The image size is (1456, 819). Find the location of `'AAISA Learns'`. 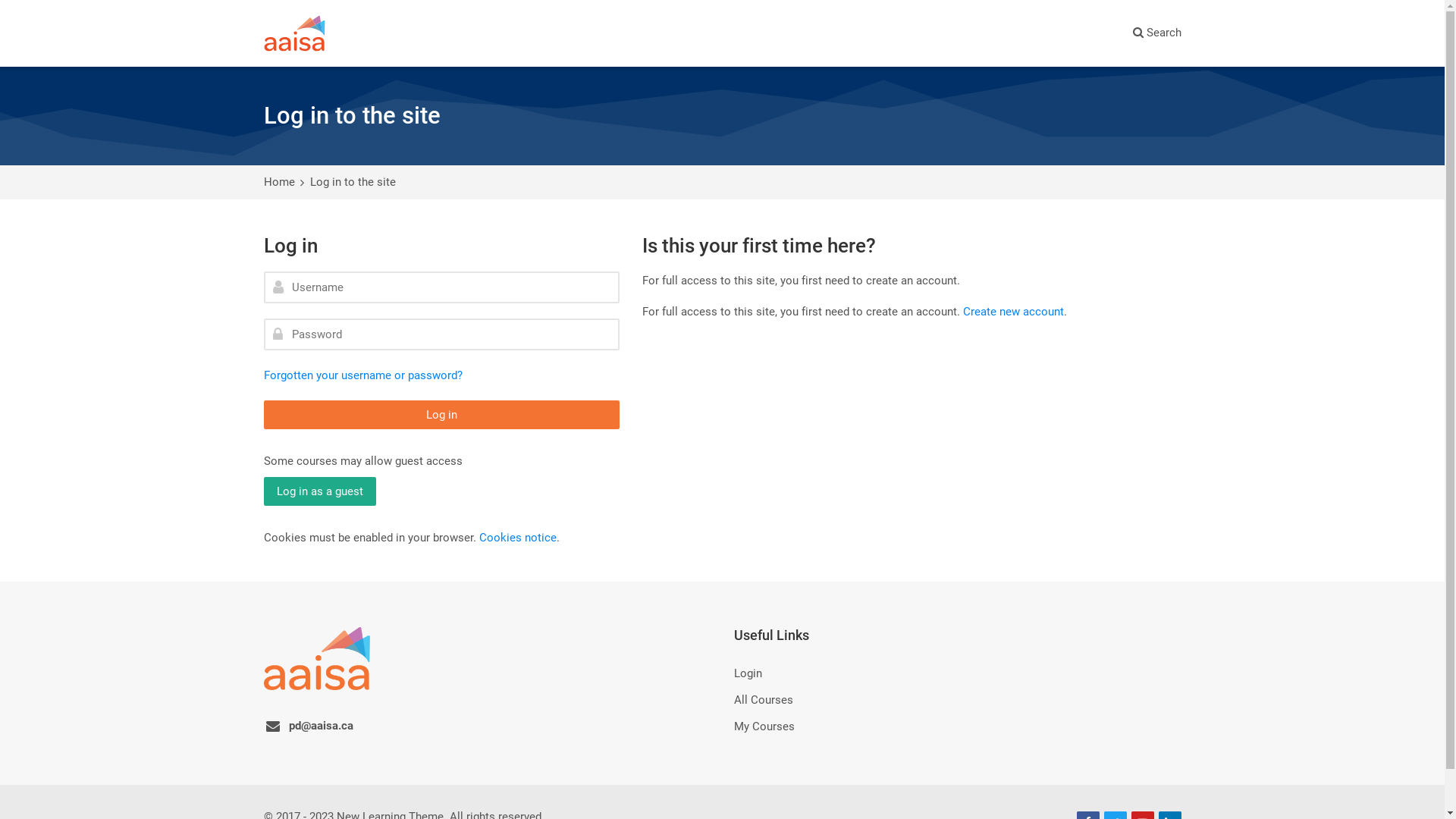

'AAISA Learns' is located at coordinates (294, 33).